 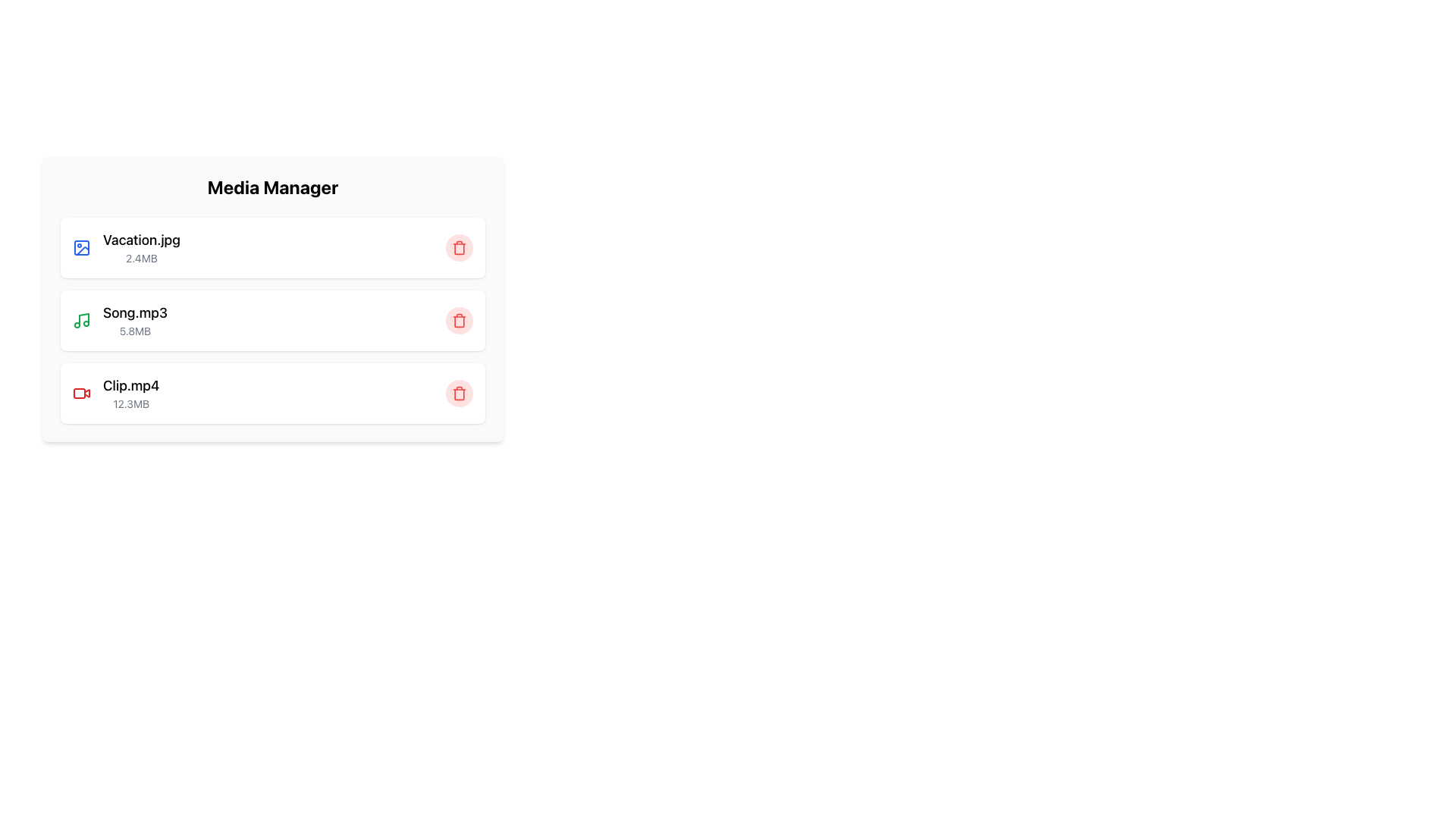 What do you see at coordinates (131, 385) in the screenshot?
I see `text label that displays 'Clip.mp4', which is styled as bold and serves as the title for the last file entry in a file management interface` at bounding box center [131, 385].